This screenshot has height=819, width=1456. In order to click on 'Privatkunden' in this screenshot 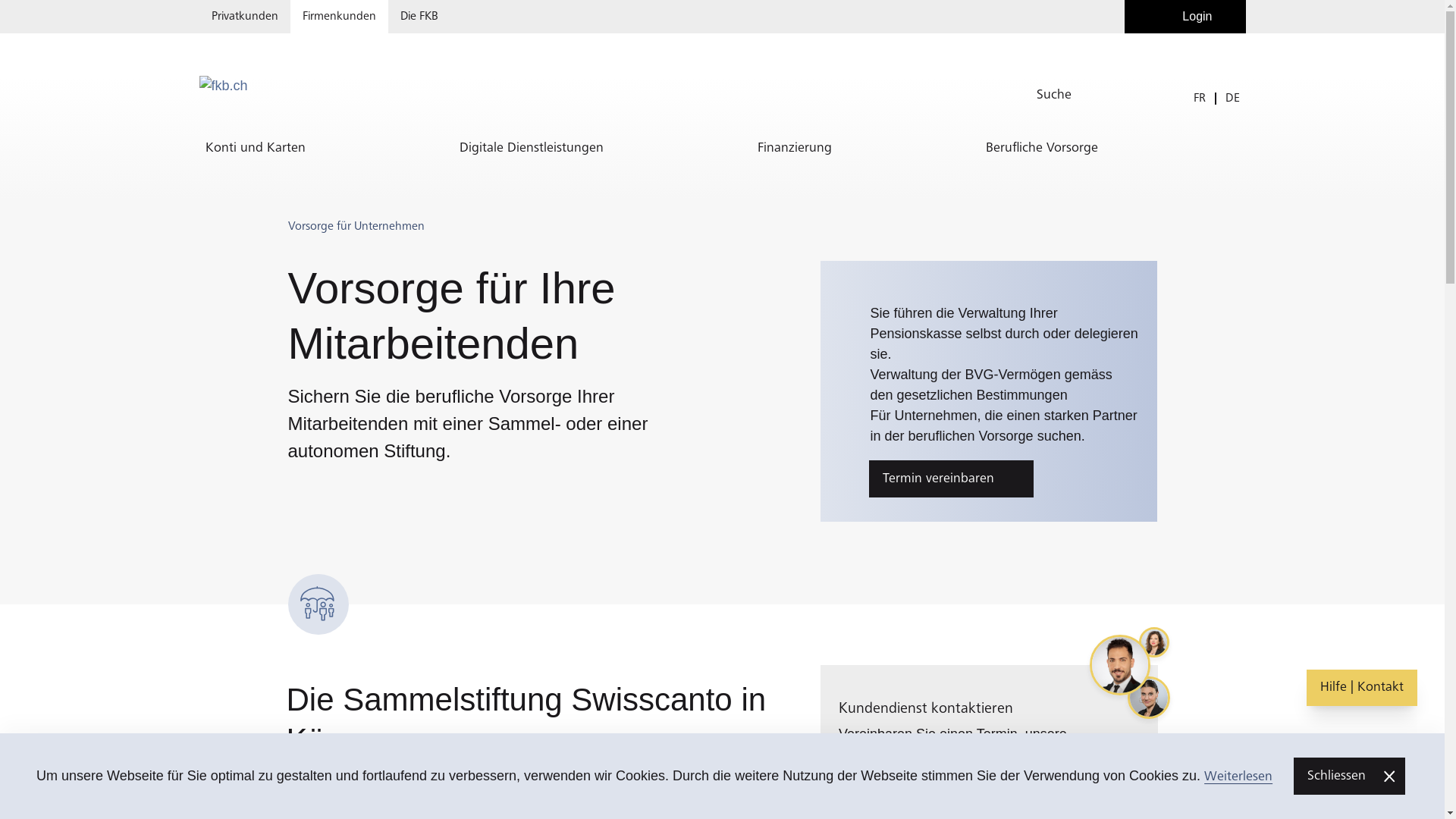, I will do `click(243, 17)`.